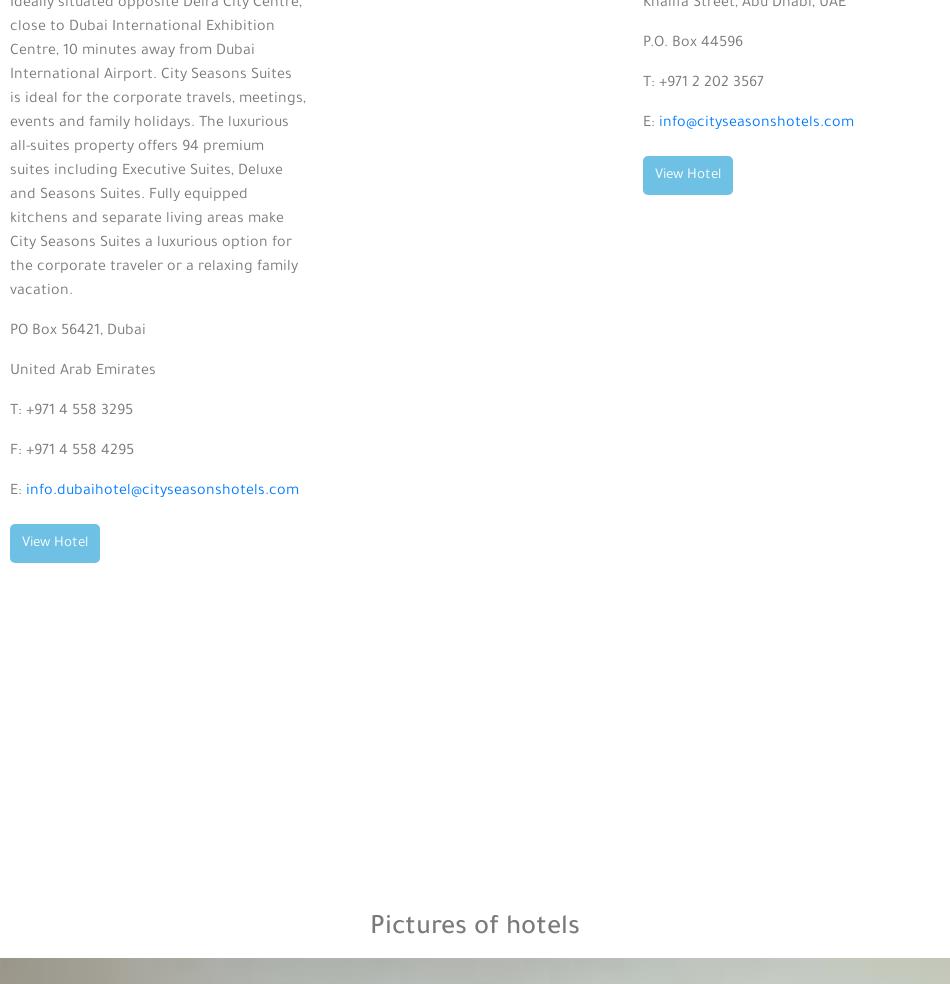  Describe the element at coordinates (703, 83) in the screenshot. I see `'T: +971 2 202 3567'` at that location.